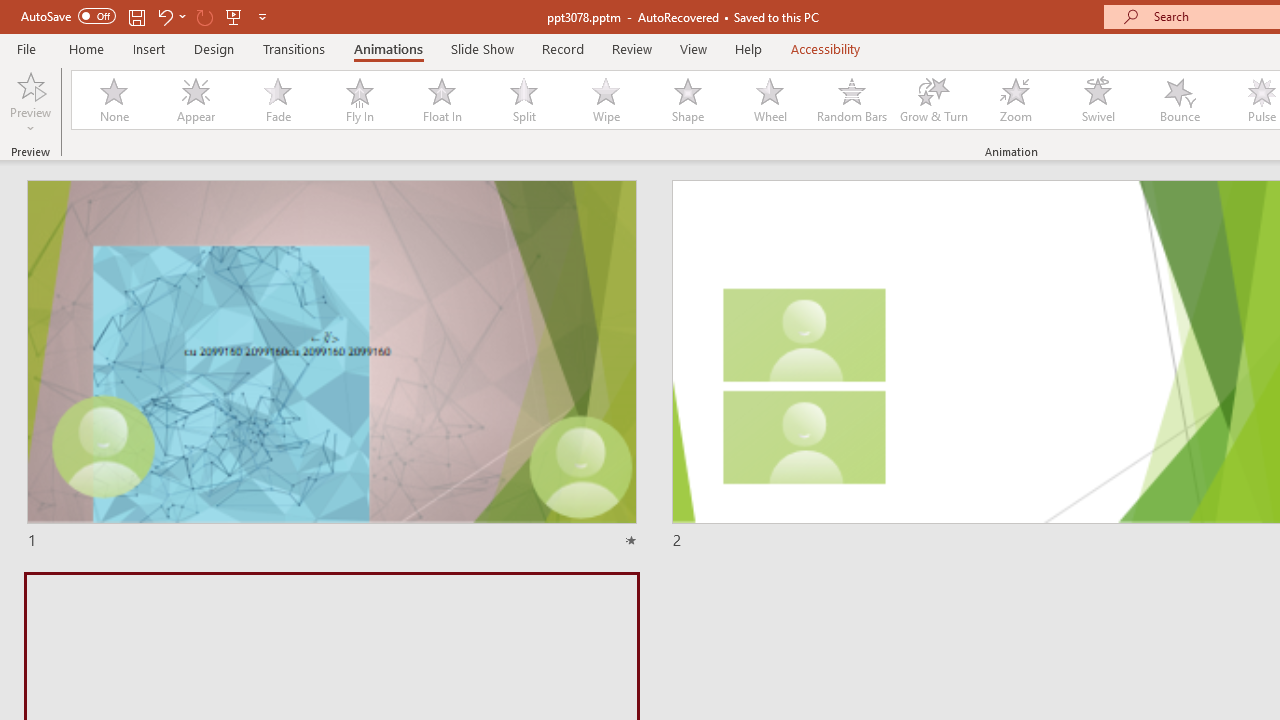 The width and height of the screenshot is (1280, 720). I want to click on 'None', so click(112, 100).